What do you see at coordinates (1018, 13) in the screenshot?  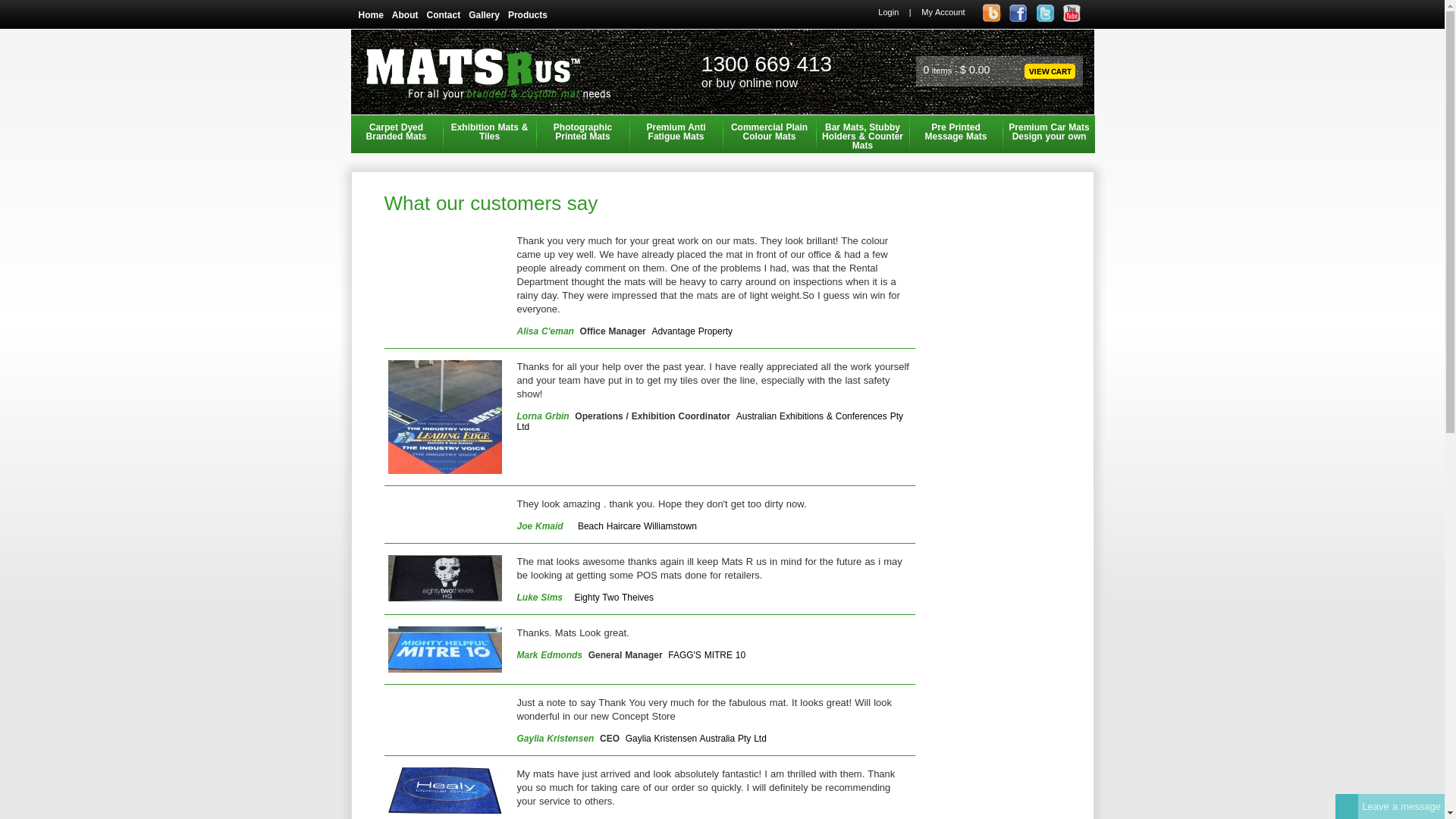 I see `'MatsRus Facebook account - click to like'` at bounding box center [1018, 13].